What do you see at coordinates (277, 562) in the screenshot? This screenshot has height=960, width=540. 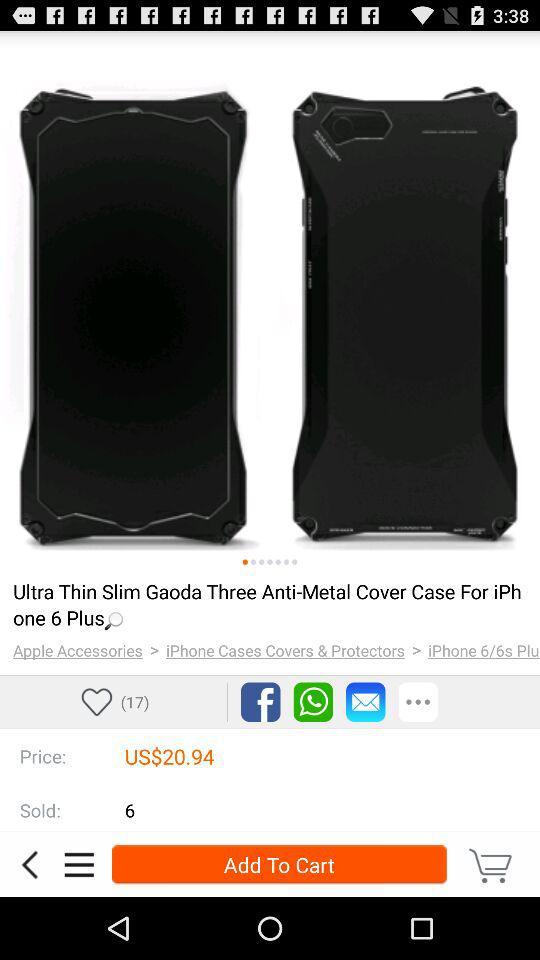 I see `open fifth image` at bounding box center [277, 562].